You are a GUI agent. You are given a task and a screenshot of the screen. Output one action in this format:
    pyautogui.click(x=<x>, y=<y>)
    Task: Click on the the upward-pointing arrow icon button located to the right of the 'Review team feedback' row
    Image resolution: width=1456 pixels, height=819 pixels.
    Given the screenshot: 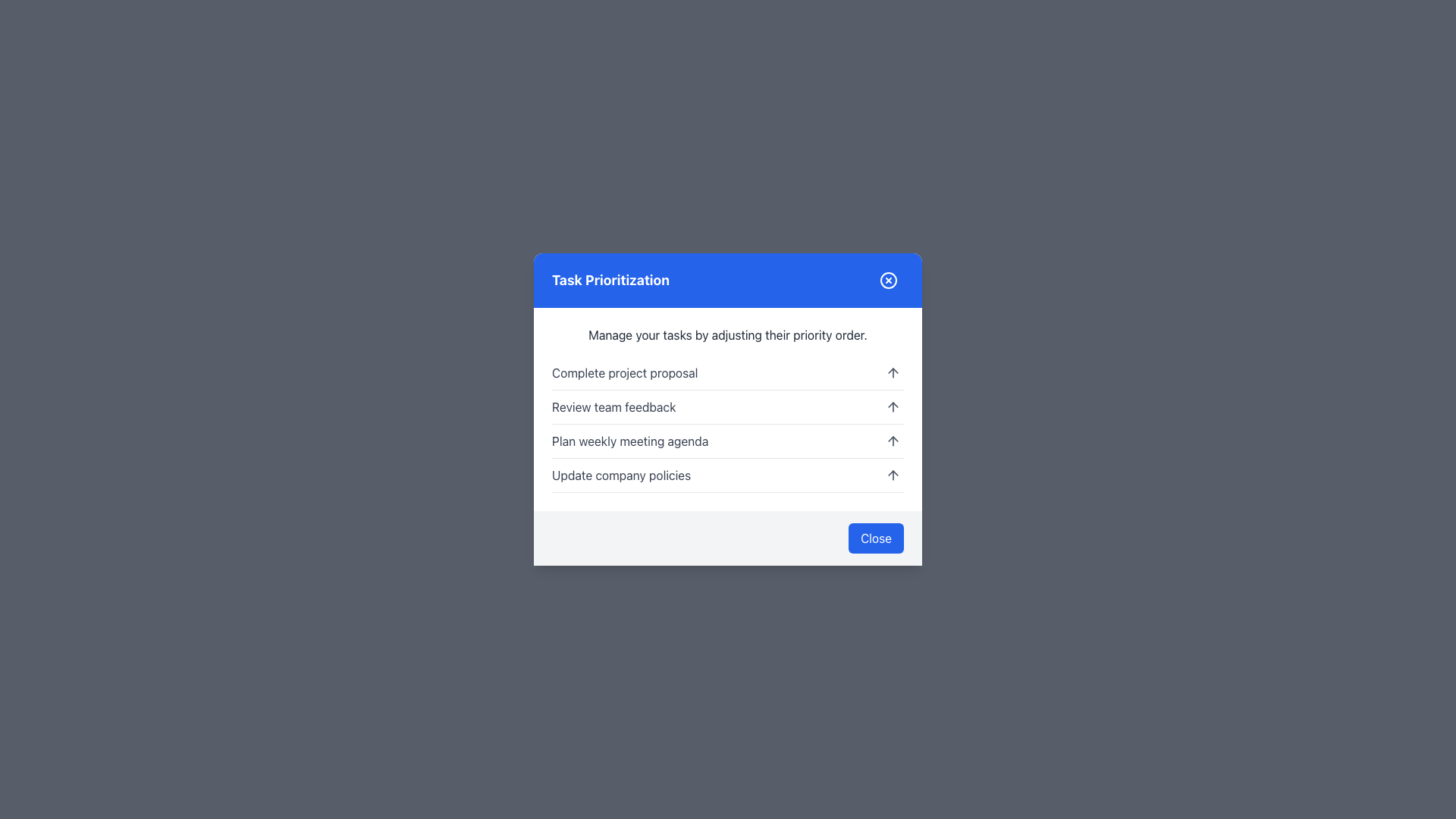 What is the action you would take?
    pyautogui.click(x=893, y=406)
    